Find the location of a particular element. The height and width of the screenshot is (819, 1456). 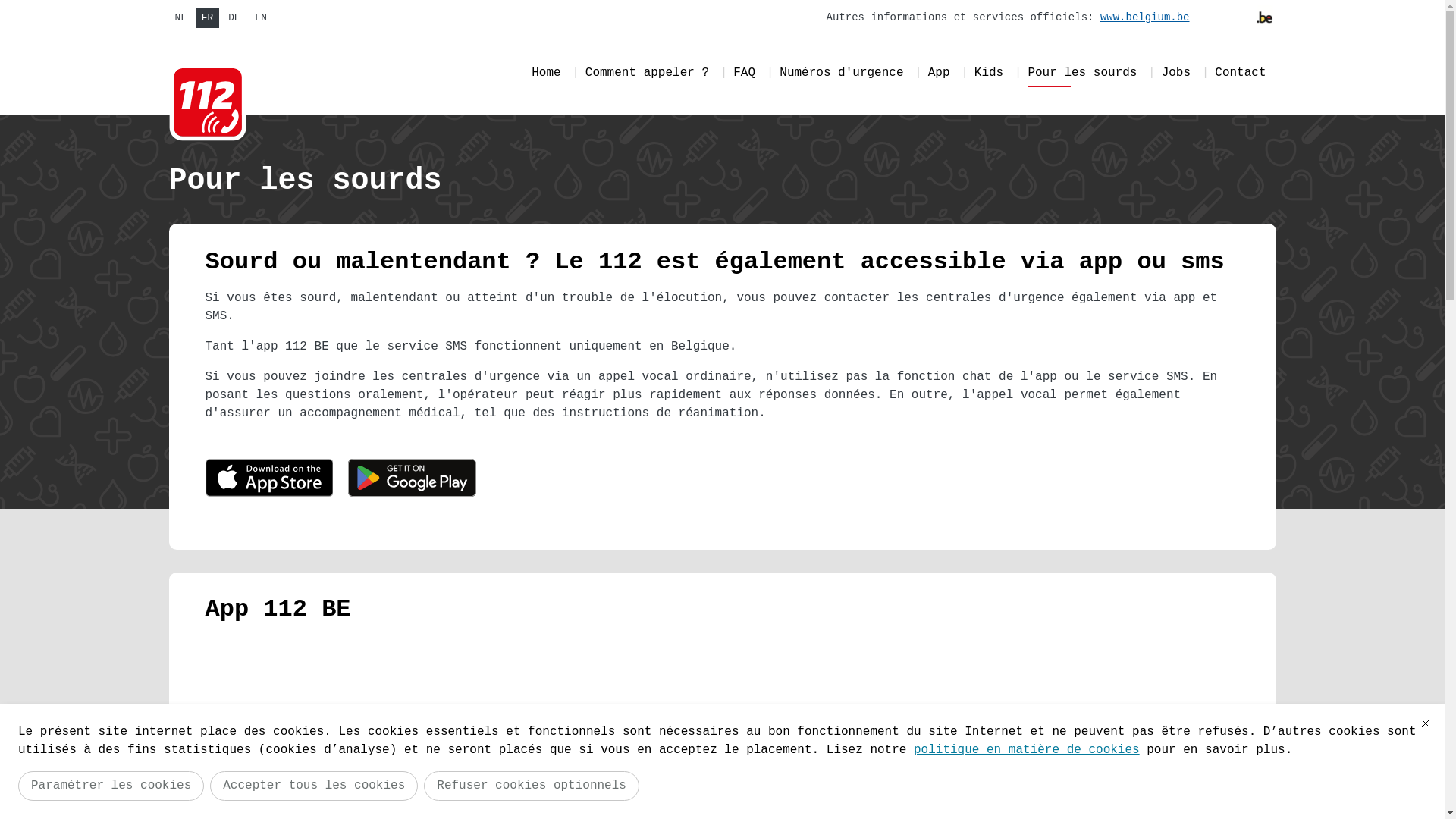

'Fermer' is located at coordinates (1425, 722).